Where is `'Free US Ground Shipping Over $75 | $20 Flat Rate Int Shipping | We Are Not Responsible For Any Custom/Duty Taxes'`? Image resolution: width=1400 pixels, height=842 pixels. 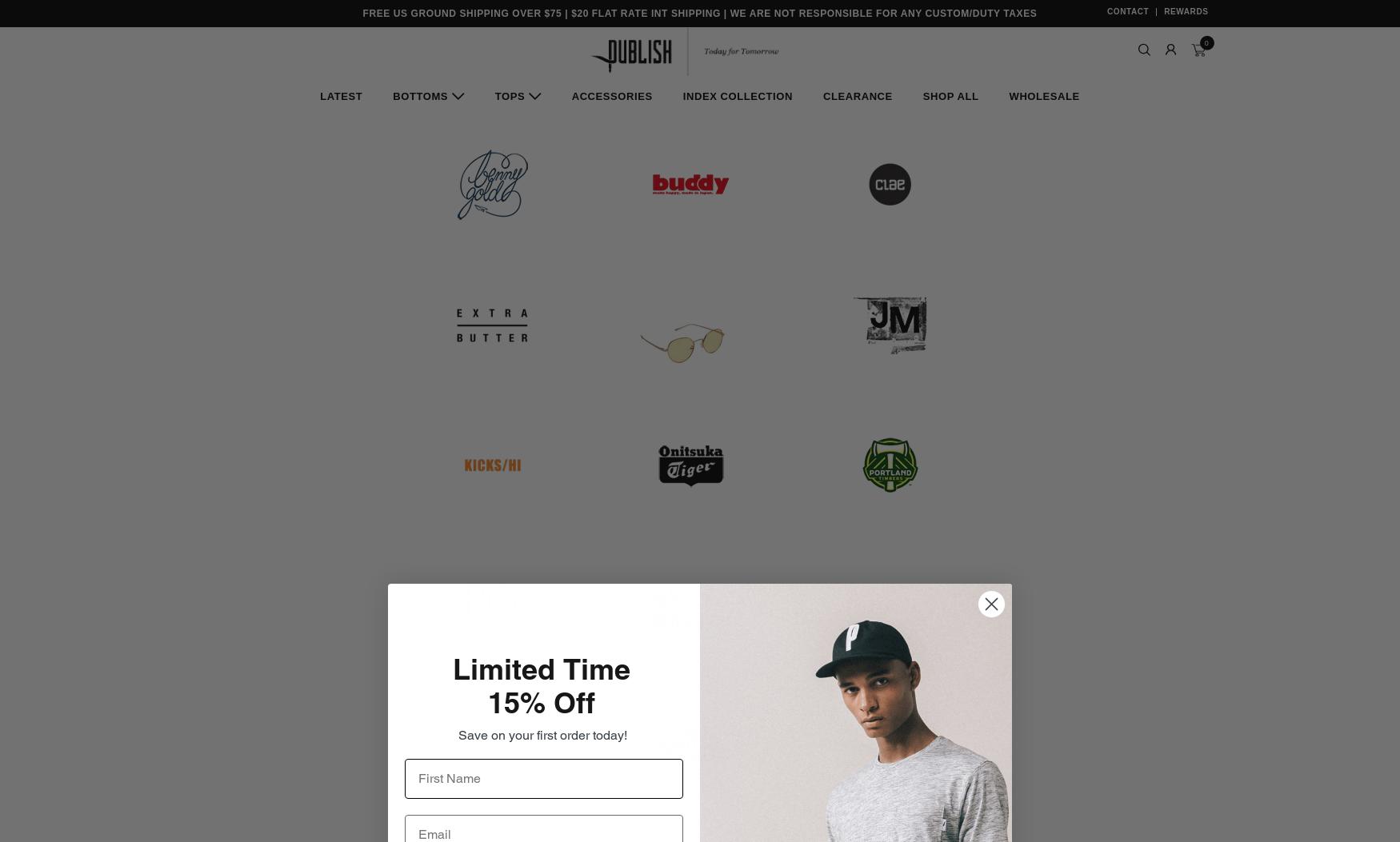
'Free US Ground Shipping Over $75 | $20 Flat Rate Int Shipping | We Are Not Responsible For Any Custom/Duty Taxes' is located at coordinates (699, 13).